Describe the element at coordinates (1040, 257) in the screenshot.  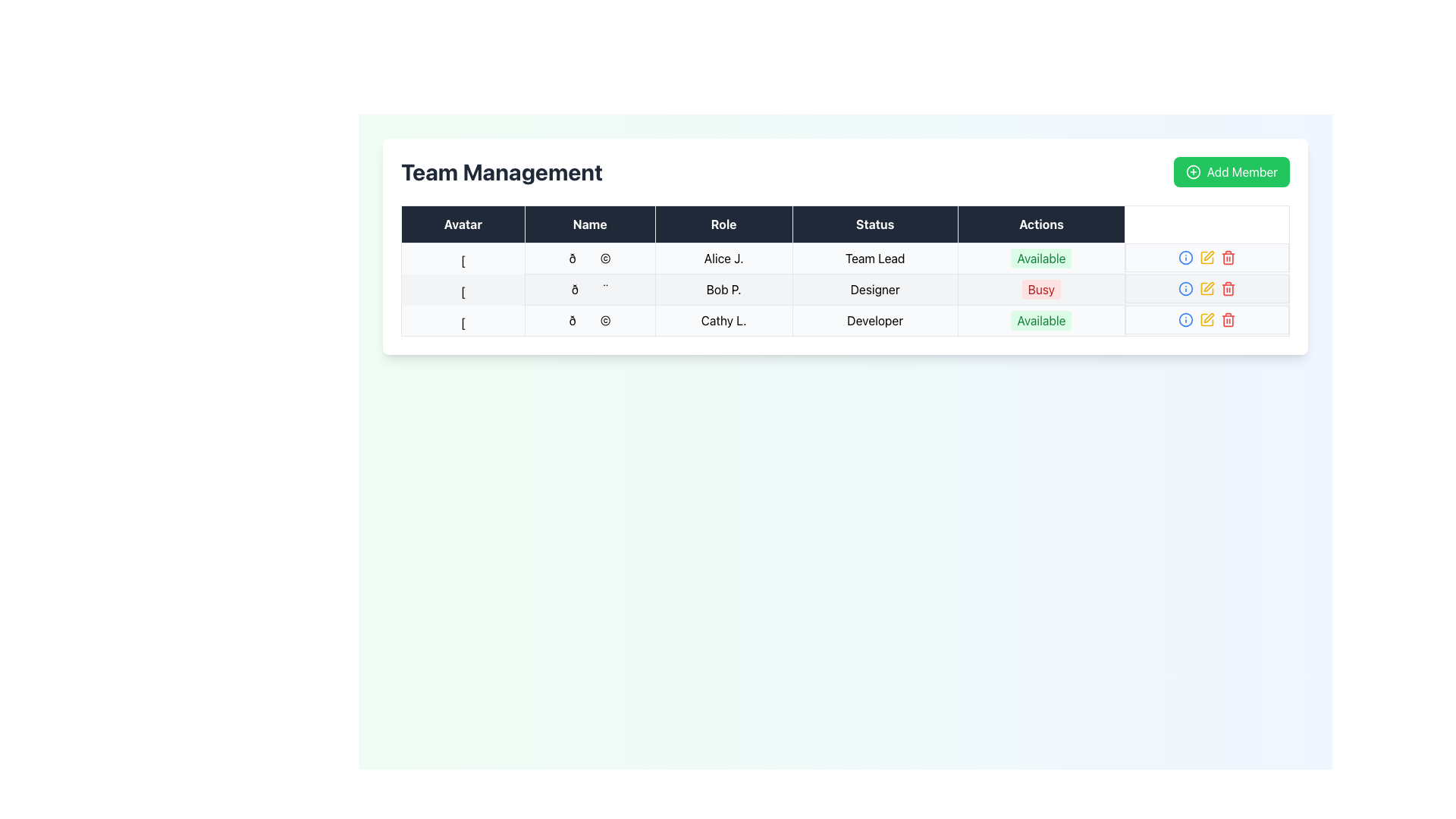
I see `the text label displaying 'Available' inside a green box, located in the 'Actions' column of the first row for 'Alice J.' under the 'Team Lead' role` at that location.